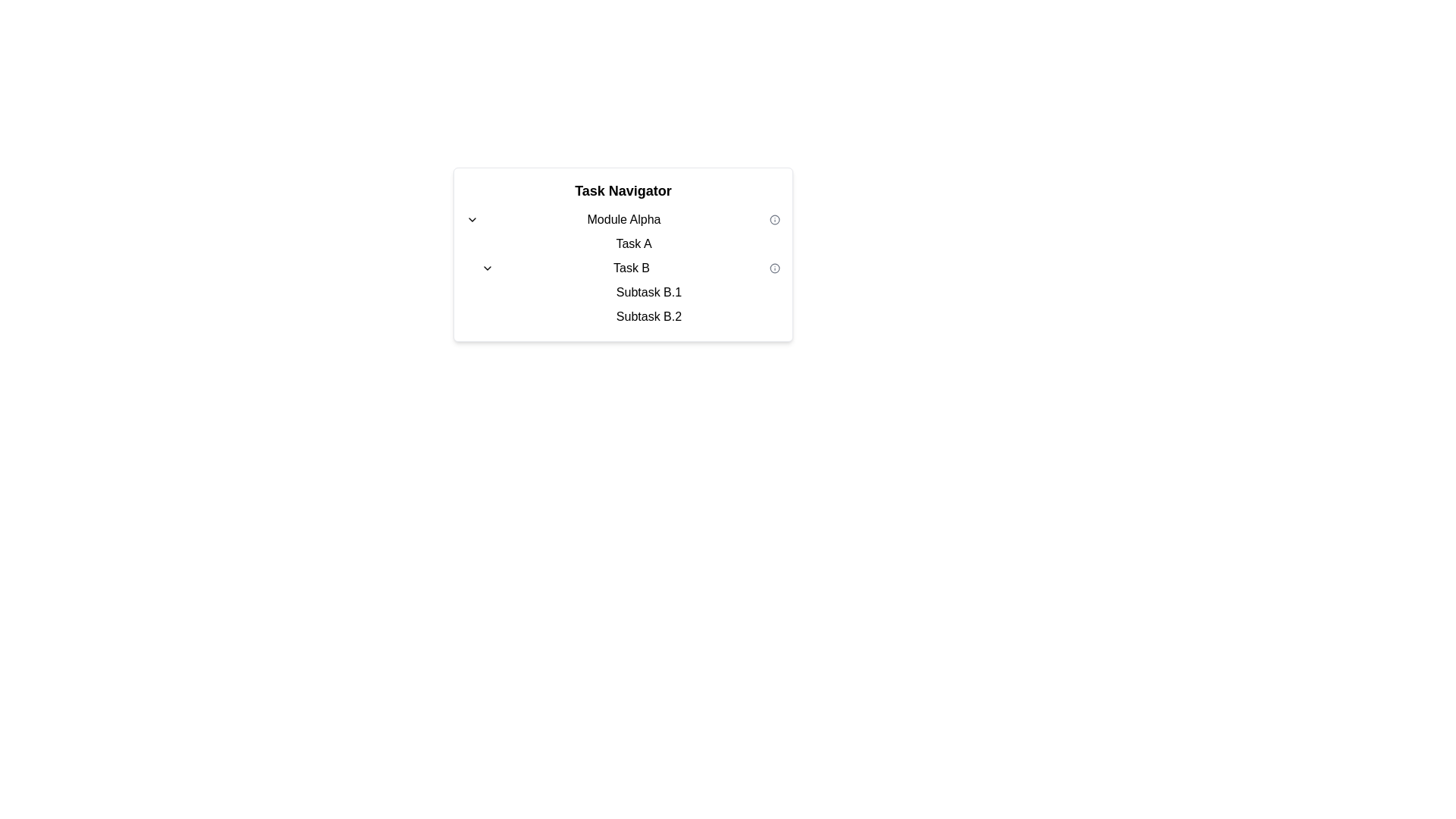  What do you see at coordinates (488, 268) in the screenshot?
I see `the downward-pointing chevron icon located to the left of the text 'Task B' in the 'Task Navigator' interface` at bounding box center [488, 268].